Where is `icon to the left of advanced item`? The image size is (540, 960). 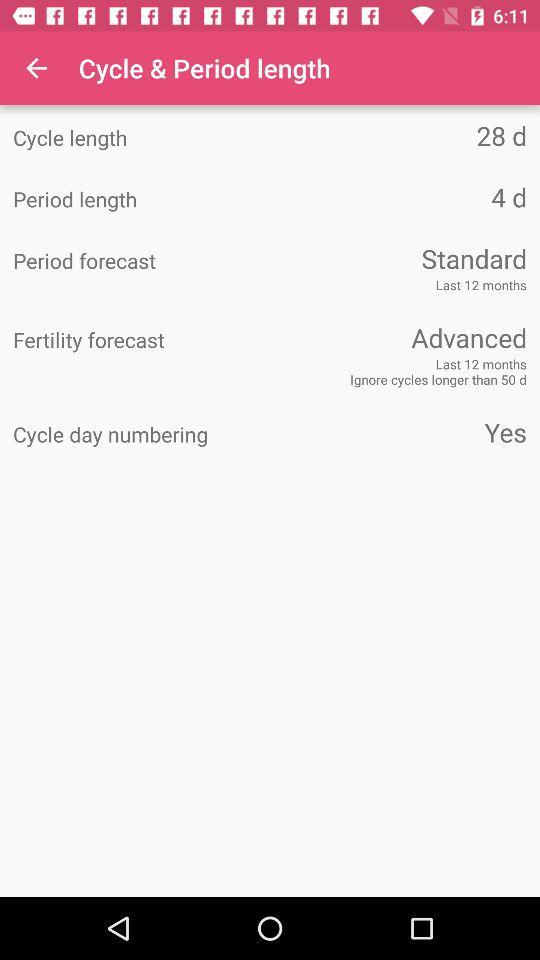
icon to the left of advanced item is located at coordinates (140, 340).